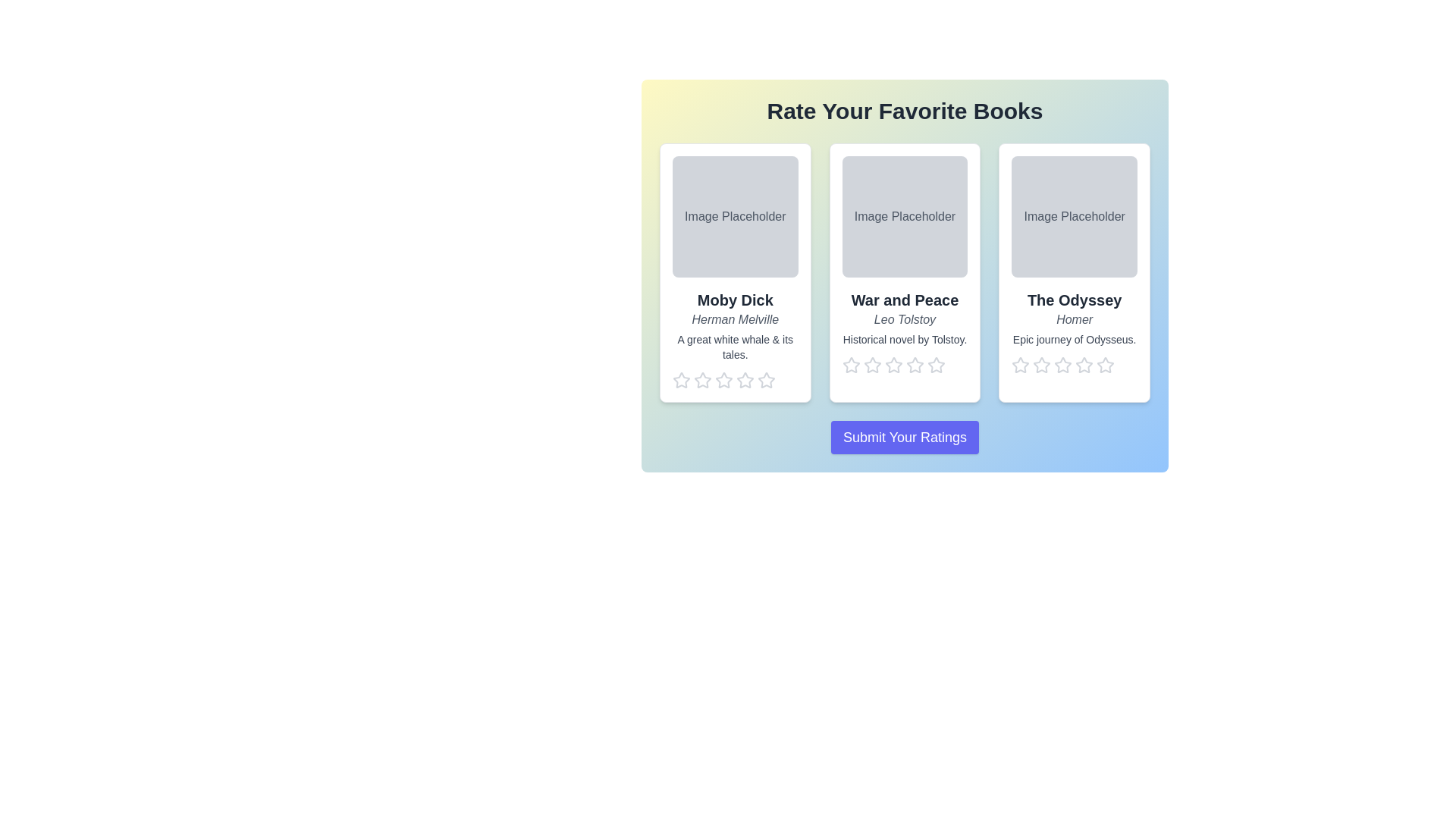  I want to click on the star corresponding to the rating 3 for the book Moby Dick, so click(723, 379).